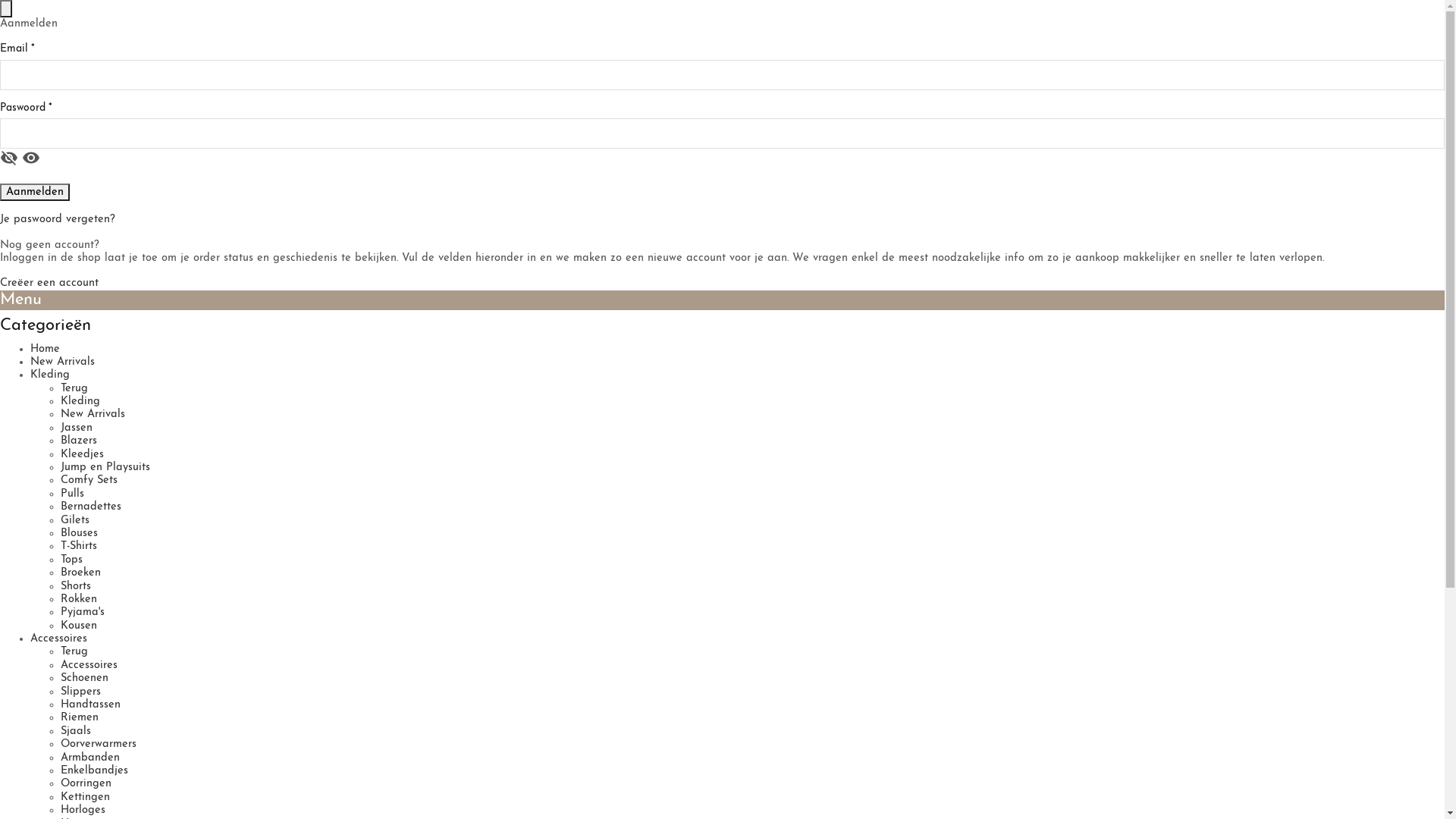 The height and width of the screenshot is (819, 1456). Describe the element at coordinates (58, 639) in the screenshot. I see `'Accessoires'` at that location.